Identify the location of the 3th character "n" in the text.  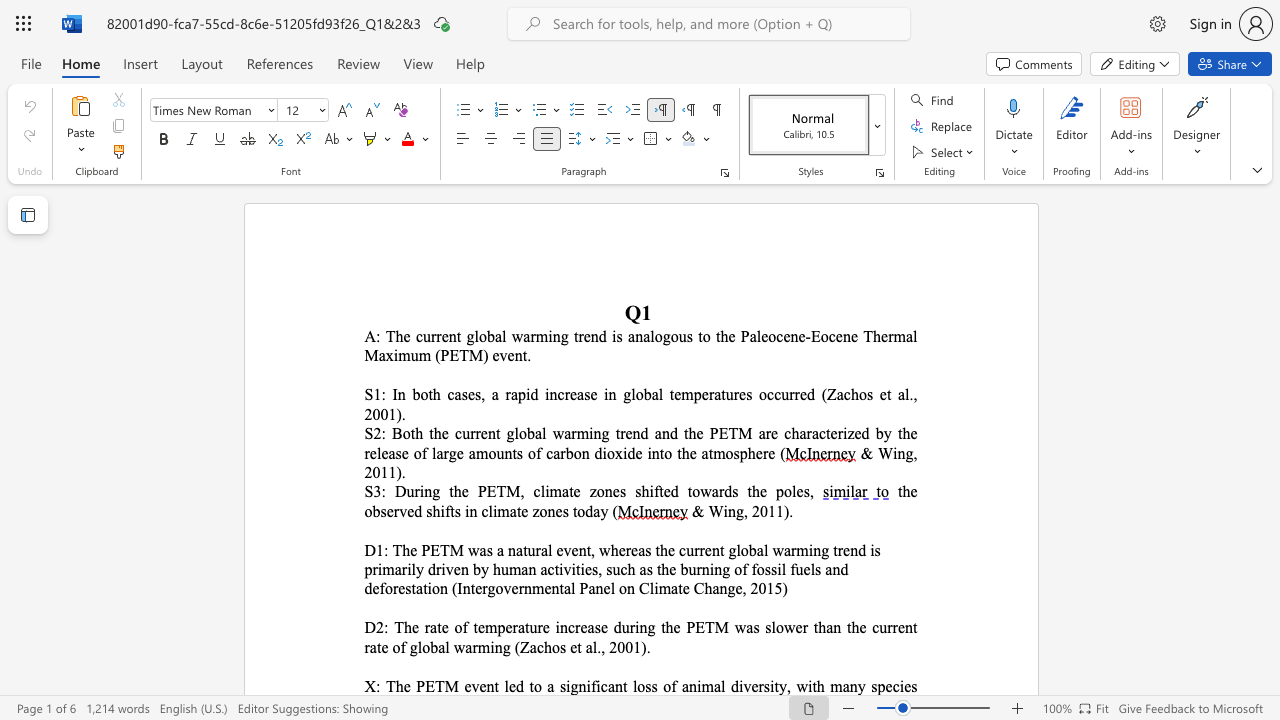
(611, 394).